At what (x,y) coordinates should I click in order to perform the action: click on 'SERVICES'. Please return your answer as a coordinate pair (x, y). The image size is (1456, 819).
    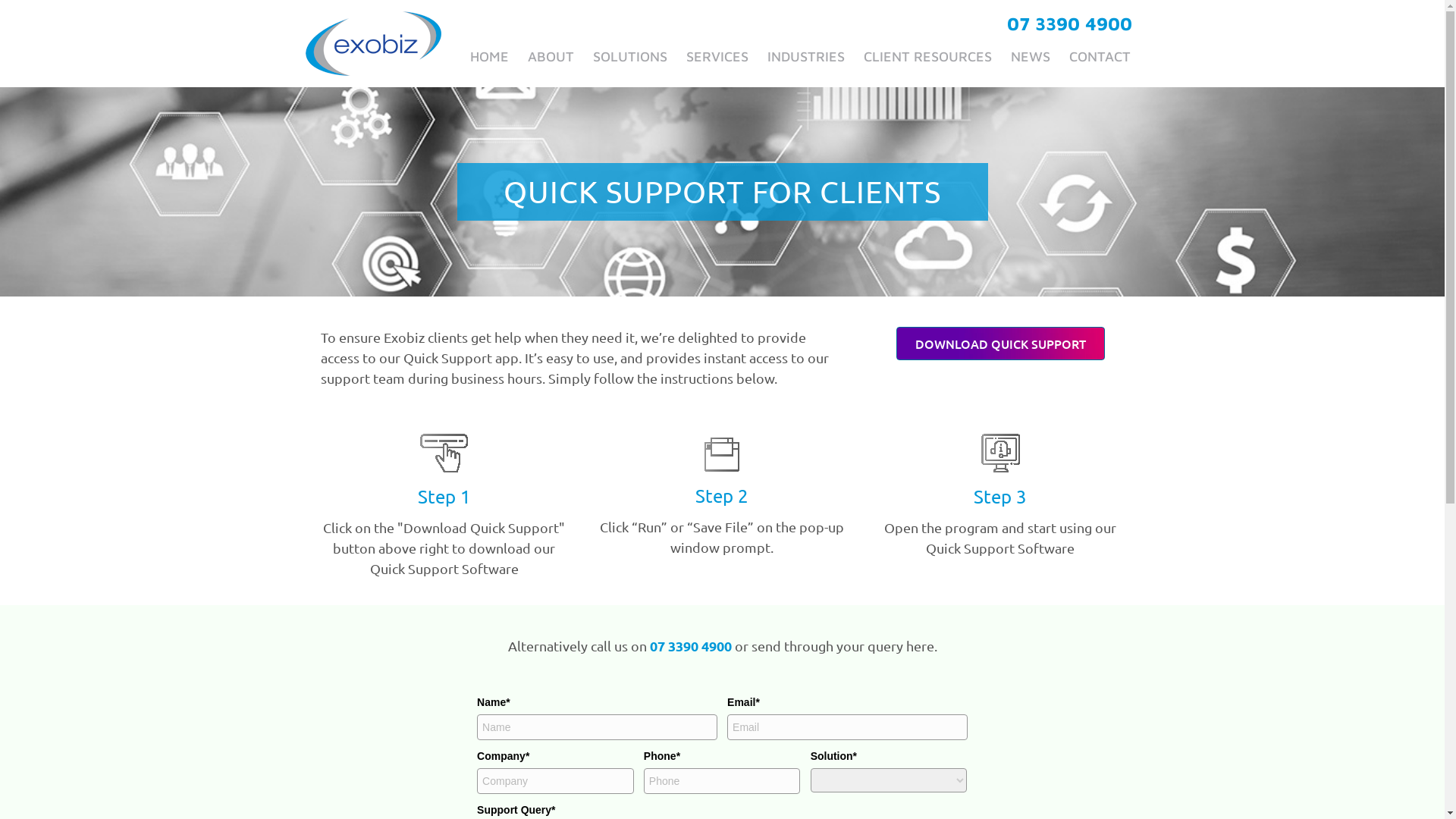
    Looking at the image, I should click on (676, 55).